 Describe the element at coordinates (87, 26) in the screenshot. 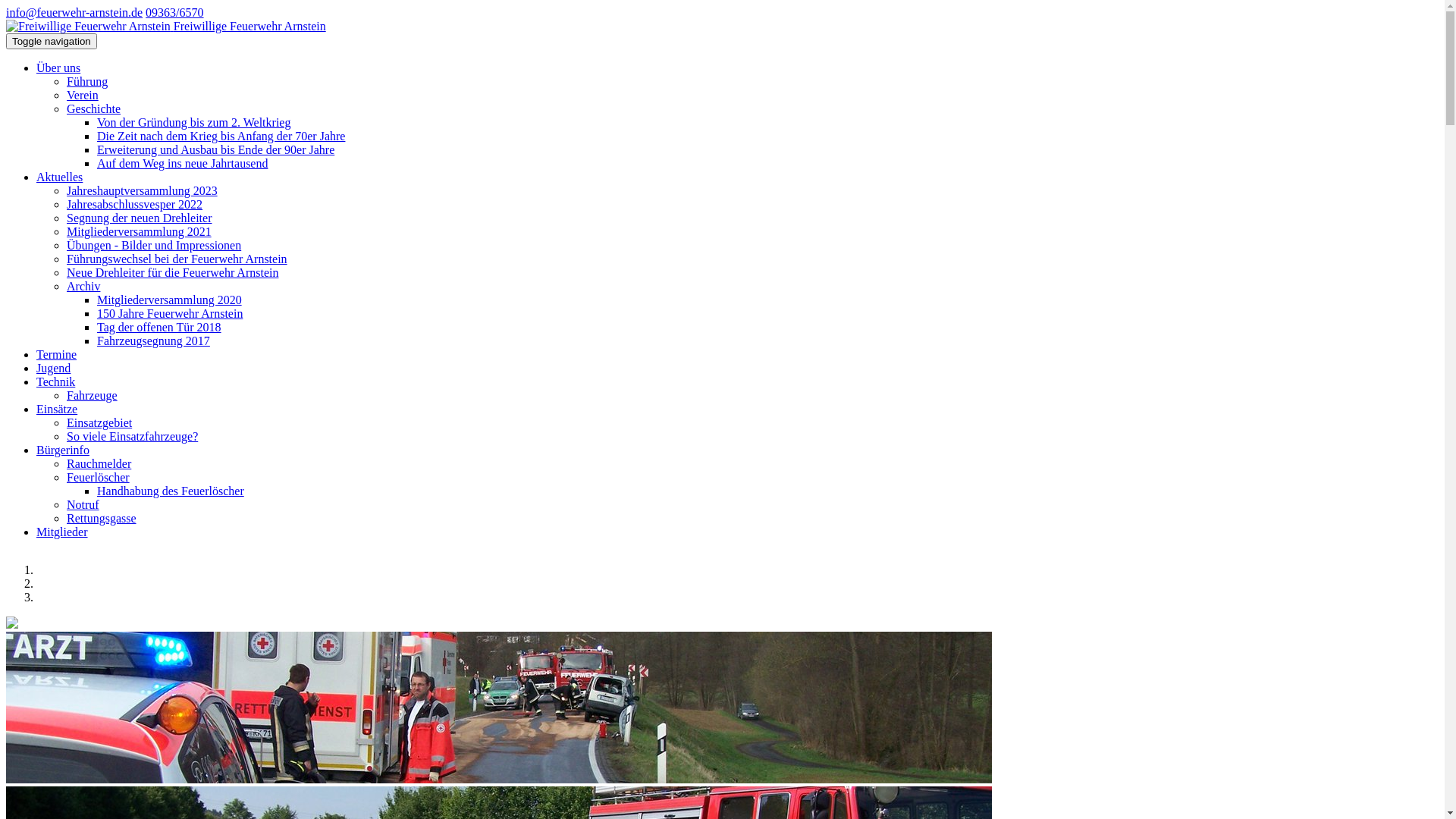

I see `'Freiwillige Feuerwehr Arnstein'` at that location.